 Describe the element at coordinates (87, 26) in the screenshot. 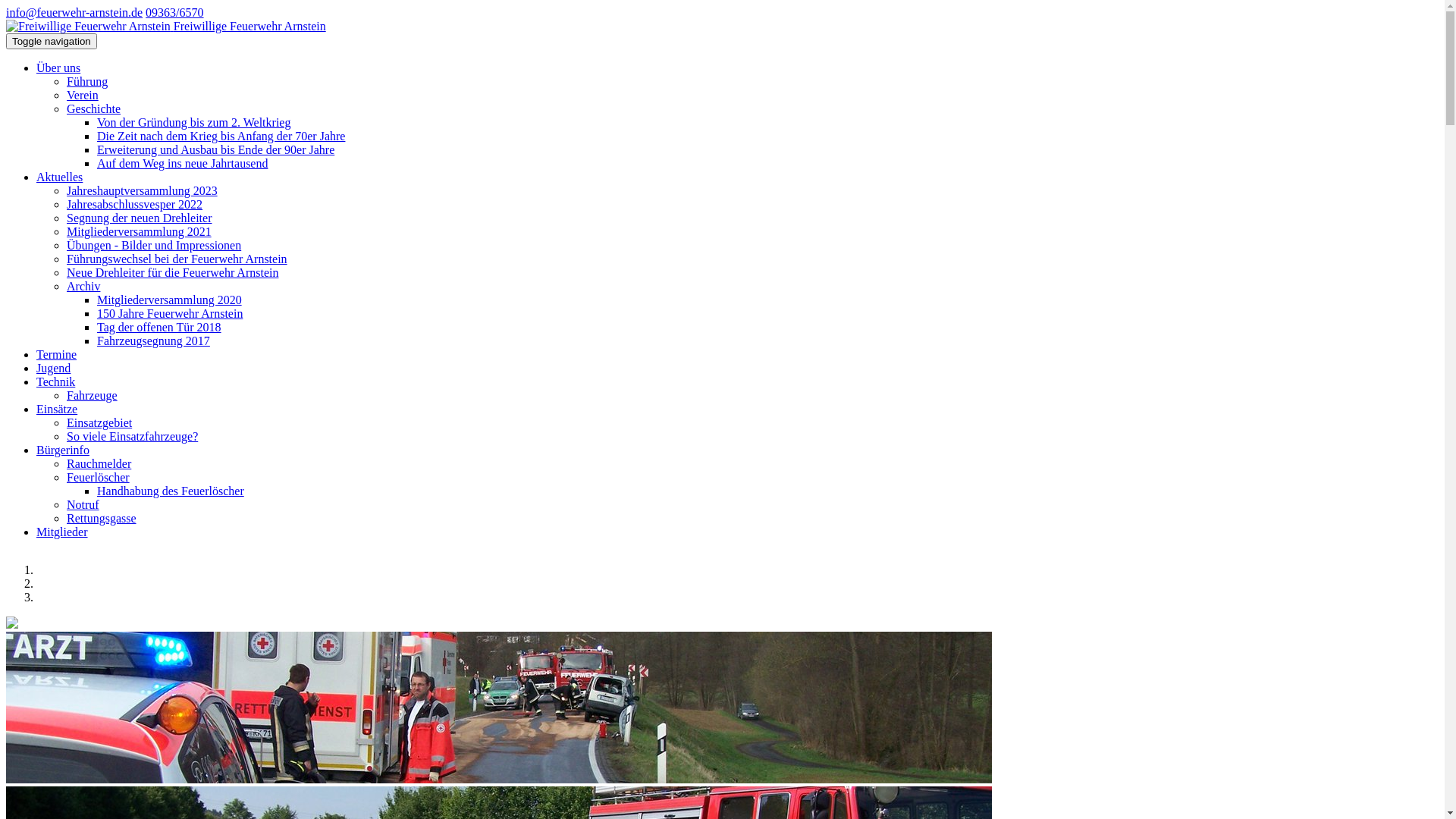

I see `'Freiwillige Feuerwehr Arnstein'` at that location.